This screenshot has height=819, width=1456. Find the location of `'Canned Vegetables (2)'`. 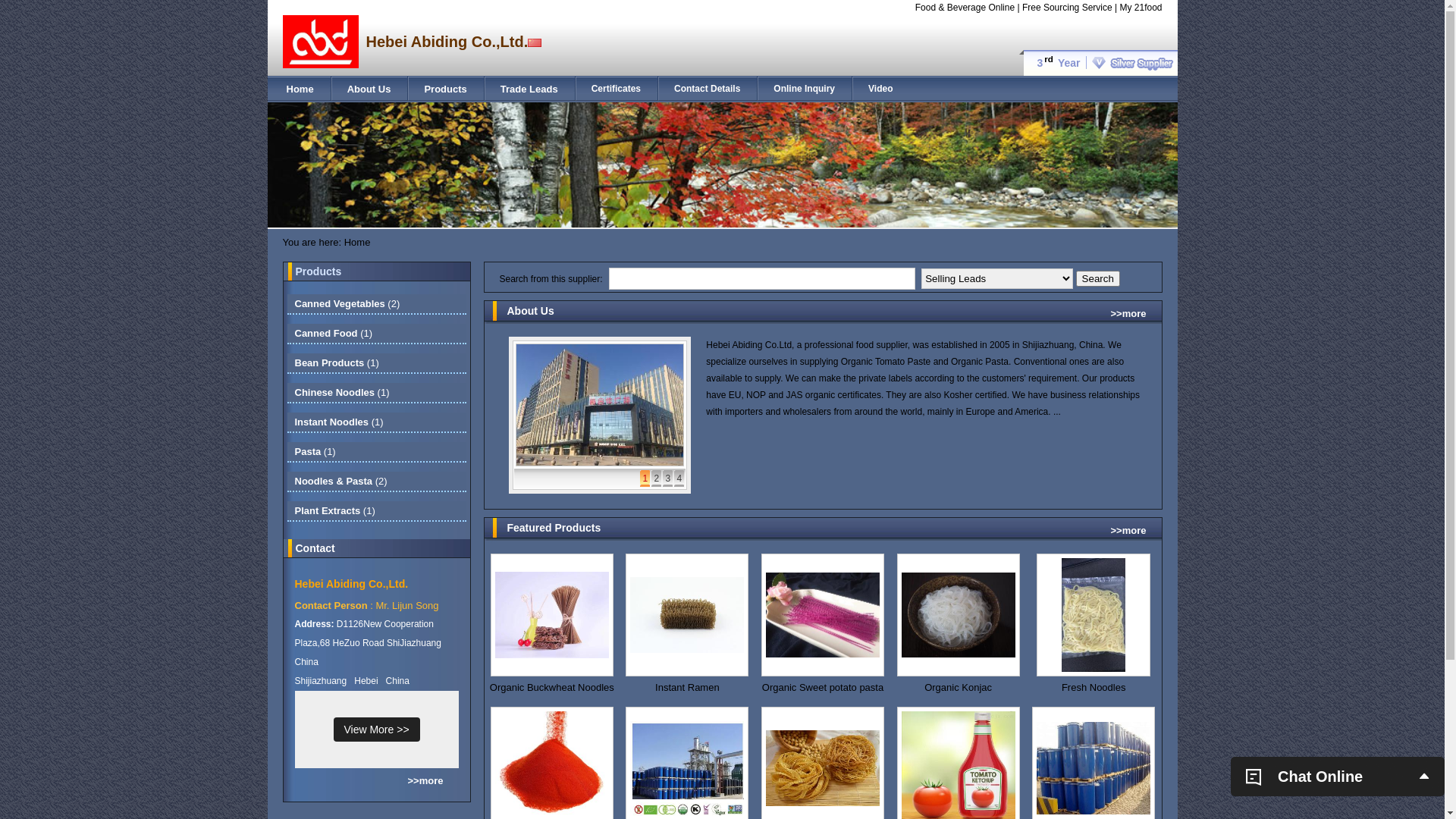

'Canned Vegetables (2)' is located at coordinates (346, 303).